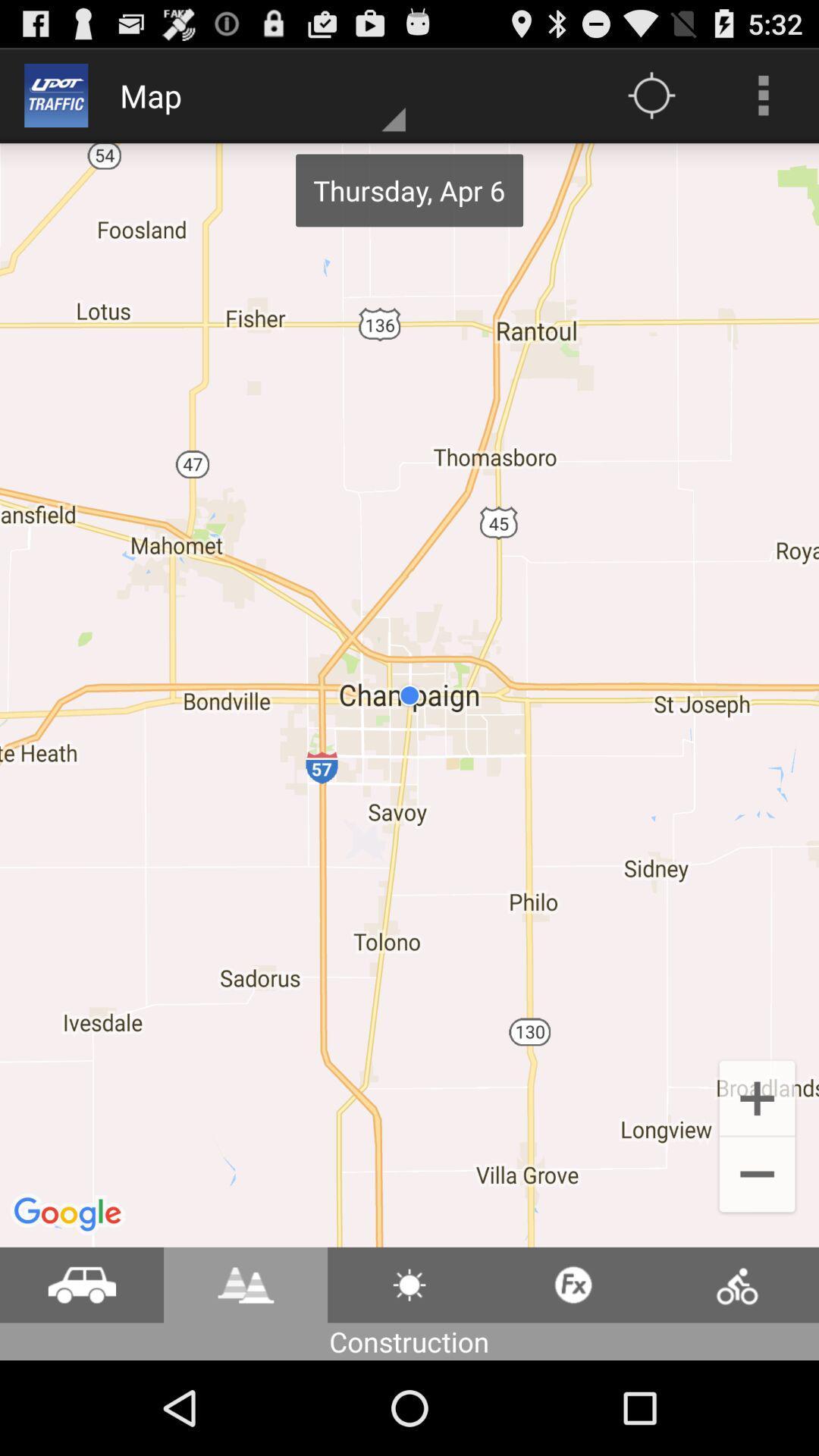 The height and width of the screenshot is (1456, 819). Describe the element at coordinates (70, 1215) in the screenshot. I see `google` at that location.